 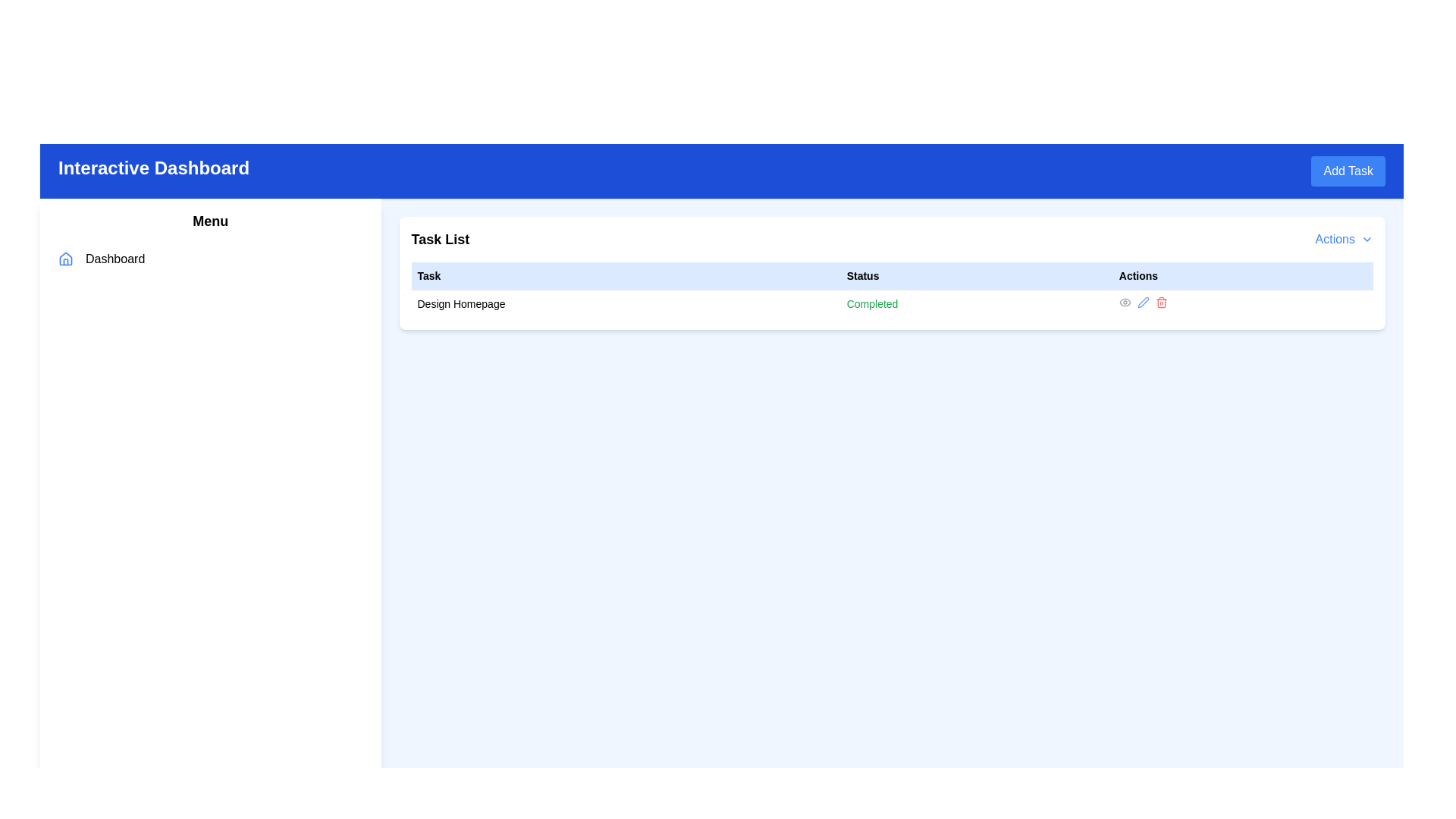 What do you see at coordinates (115, 259) in the screenshot?
I see `the 'Dashboard' text label in the left panel menu to trigger any hover effects` at bounding box center [115, 259].